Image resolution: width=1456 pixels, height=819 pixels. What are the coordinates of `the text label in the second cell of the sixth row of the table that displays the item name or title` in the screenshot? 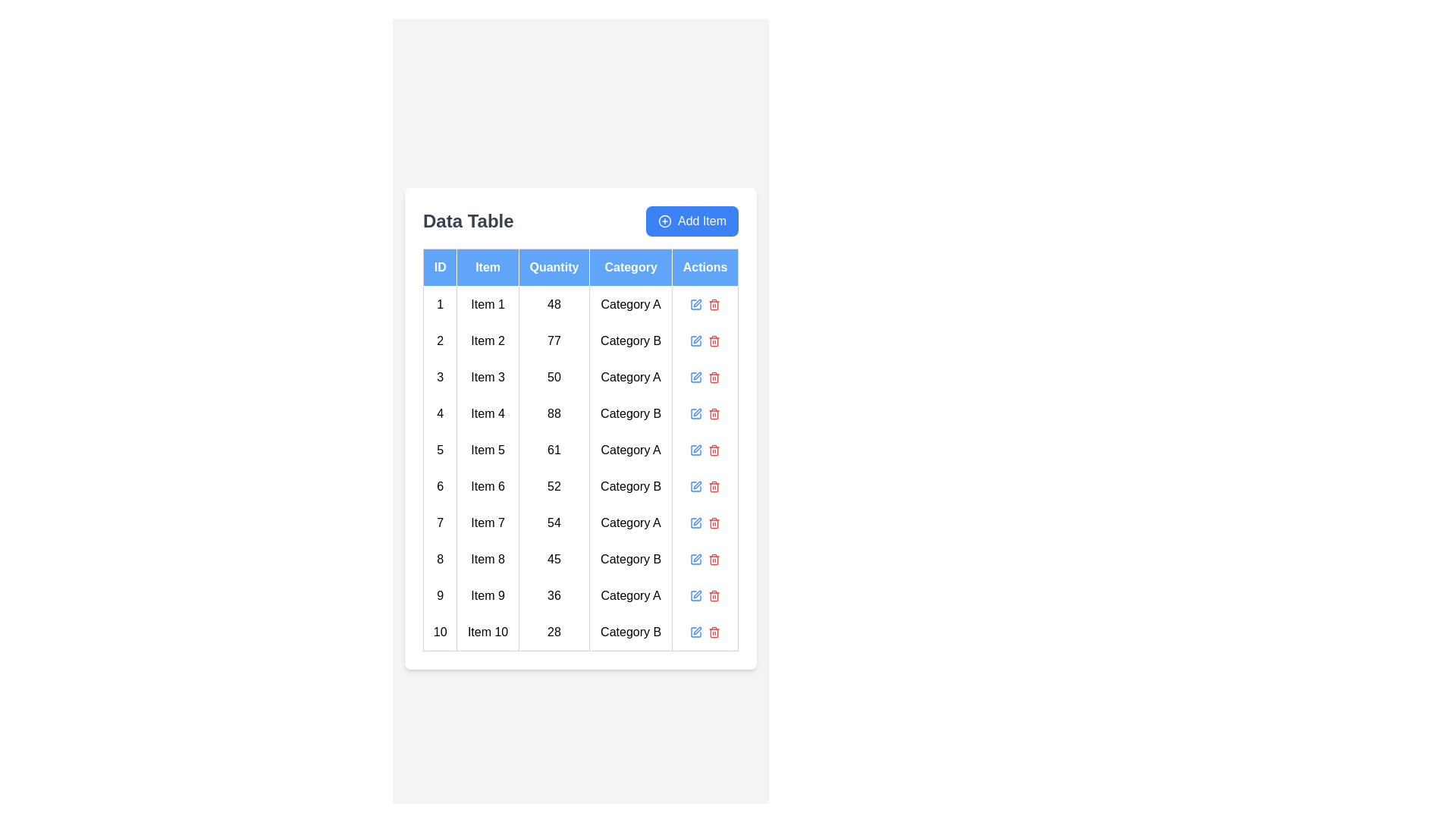 It's located at (488, 486).